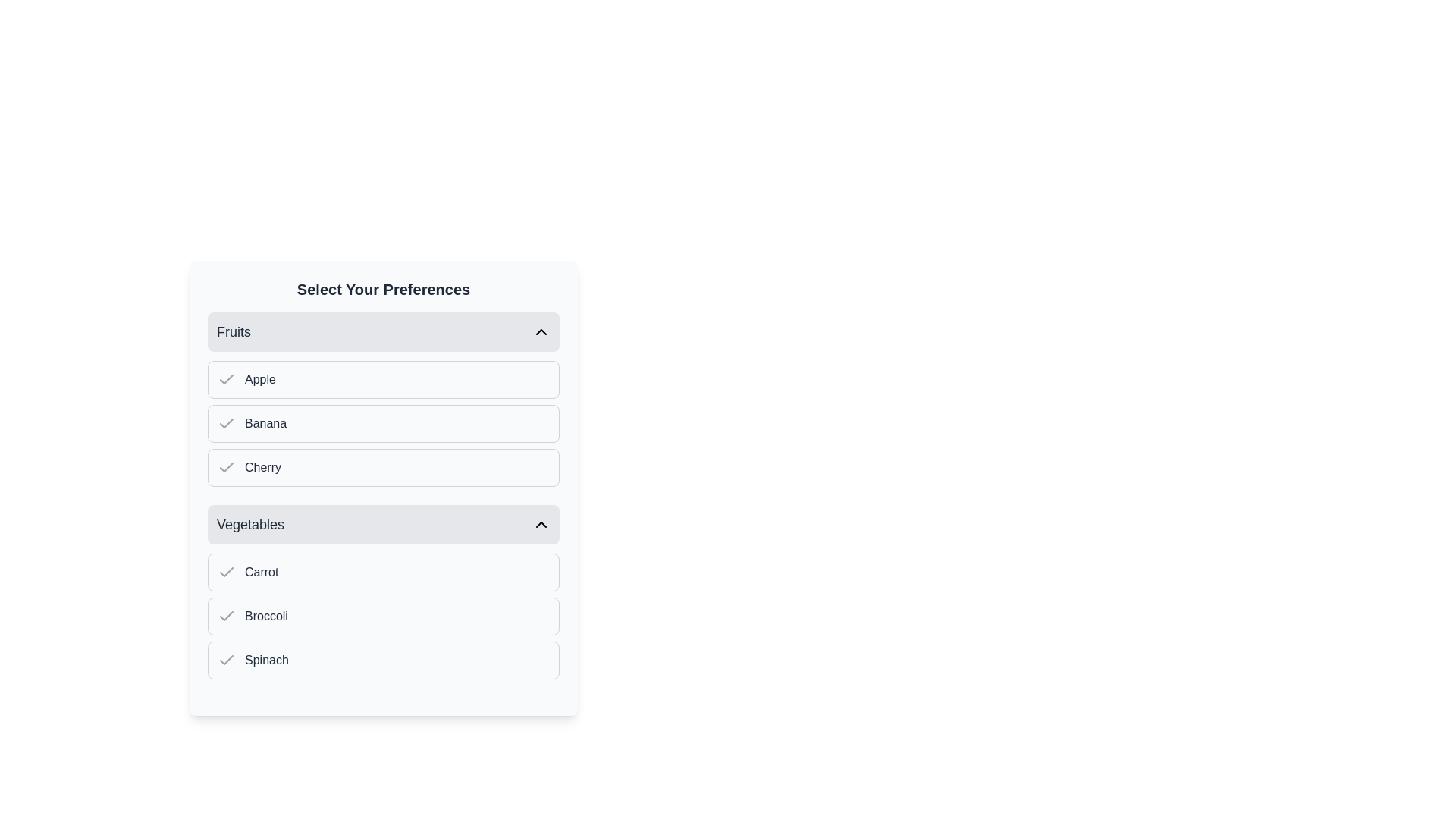 This screenshot has width=1456, height=819. What do you see at coordinates (265, 424) in the screenshot?
I see `the text label displaying 'Banana' in a medium-sized, bold, dark gray font, located within the 'Fruits' section` at bounding box center [265, 424].